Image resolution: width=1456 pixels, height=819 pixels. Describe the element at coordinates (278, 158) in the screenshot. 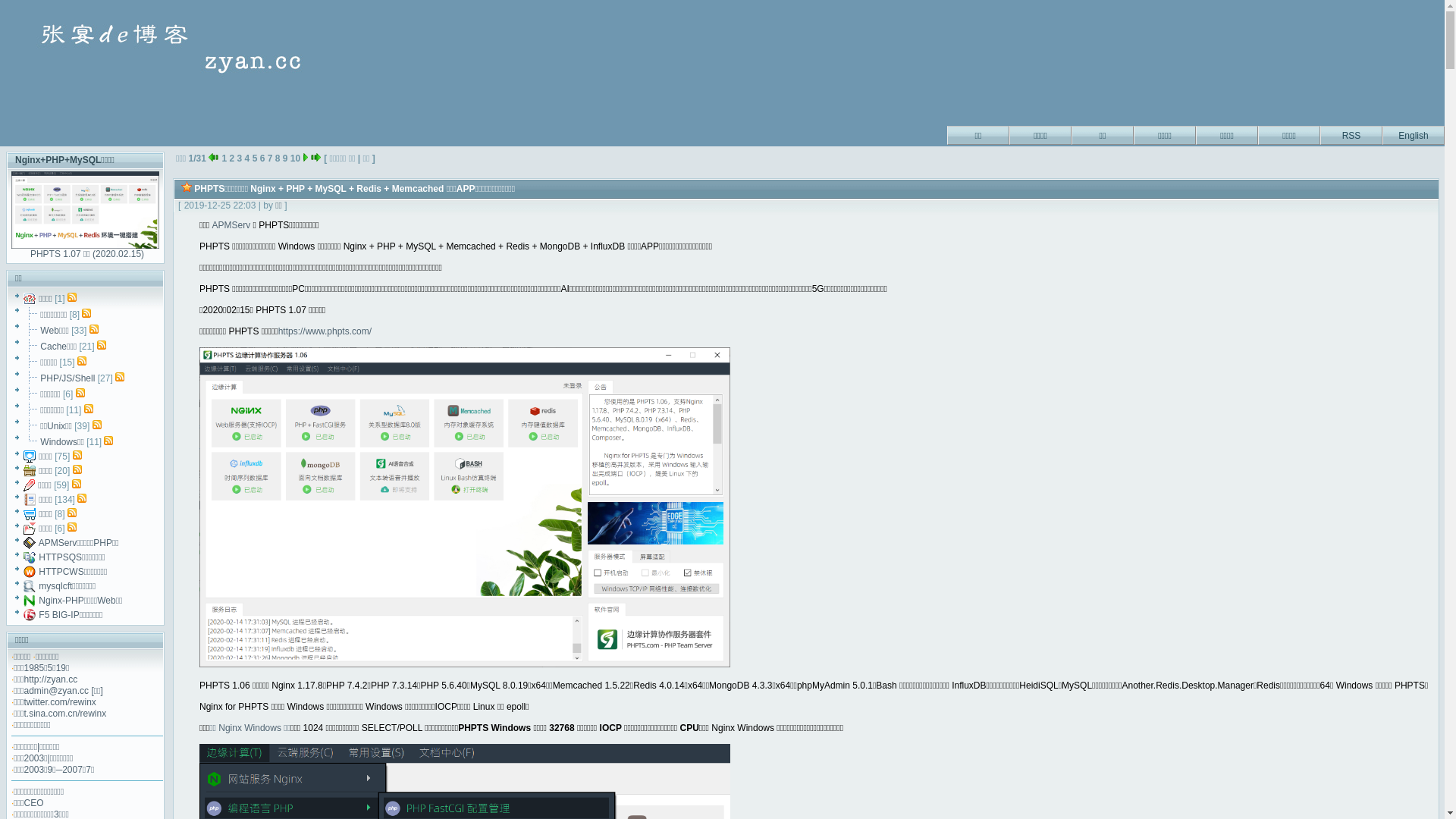

I see `'8'` at that location.